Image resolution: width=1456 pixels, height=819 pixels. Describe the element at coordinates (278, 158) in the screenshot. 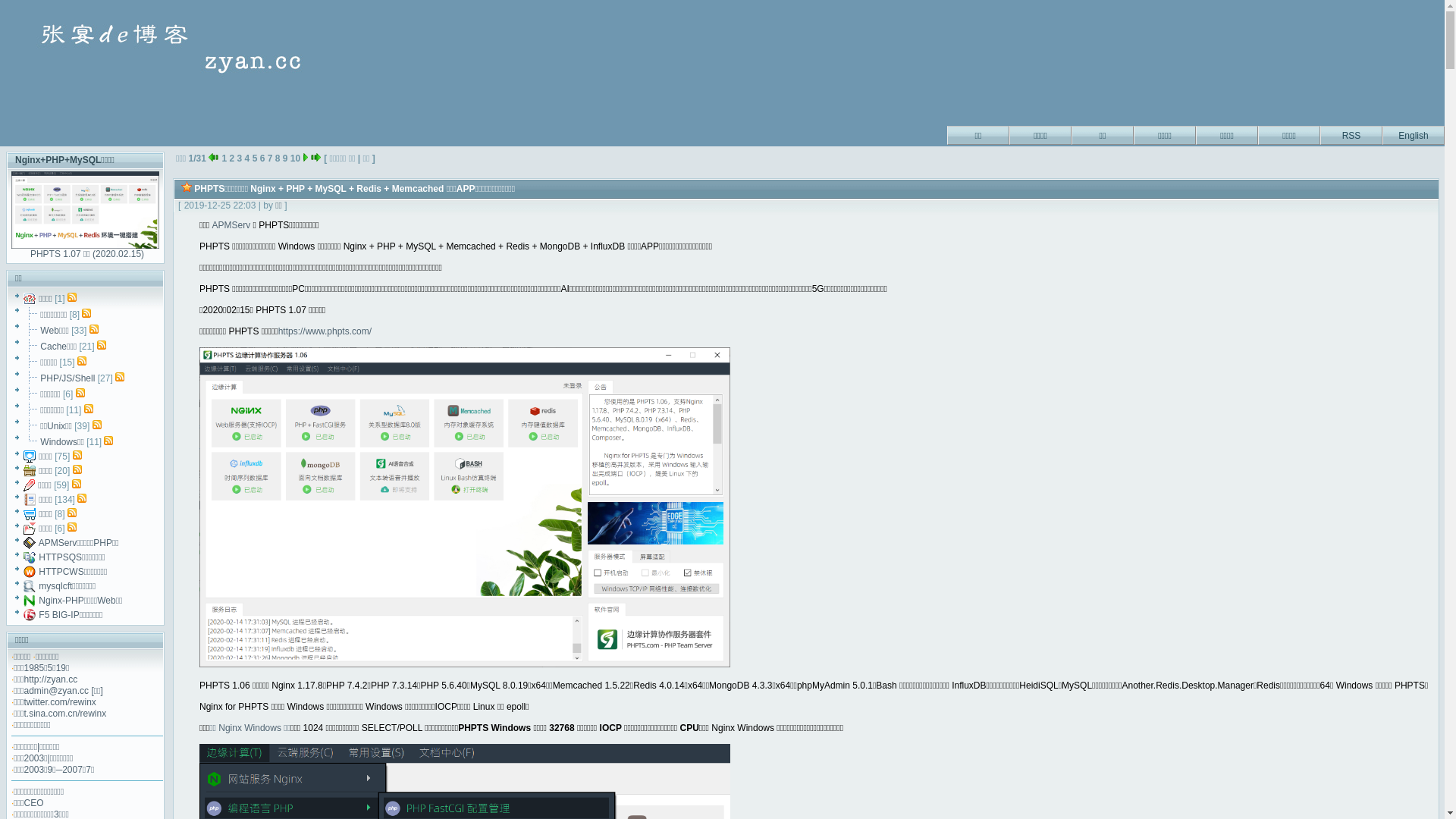

I see `'8'` at that location.